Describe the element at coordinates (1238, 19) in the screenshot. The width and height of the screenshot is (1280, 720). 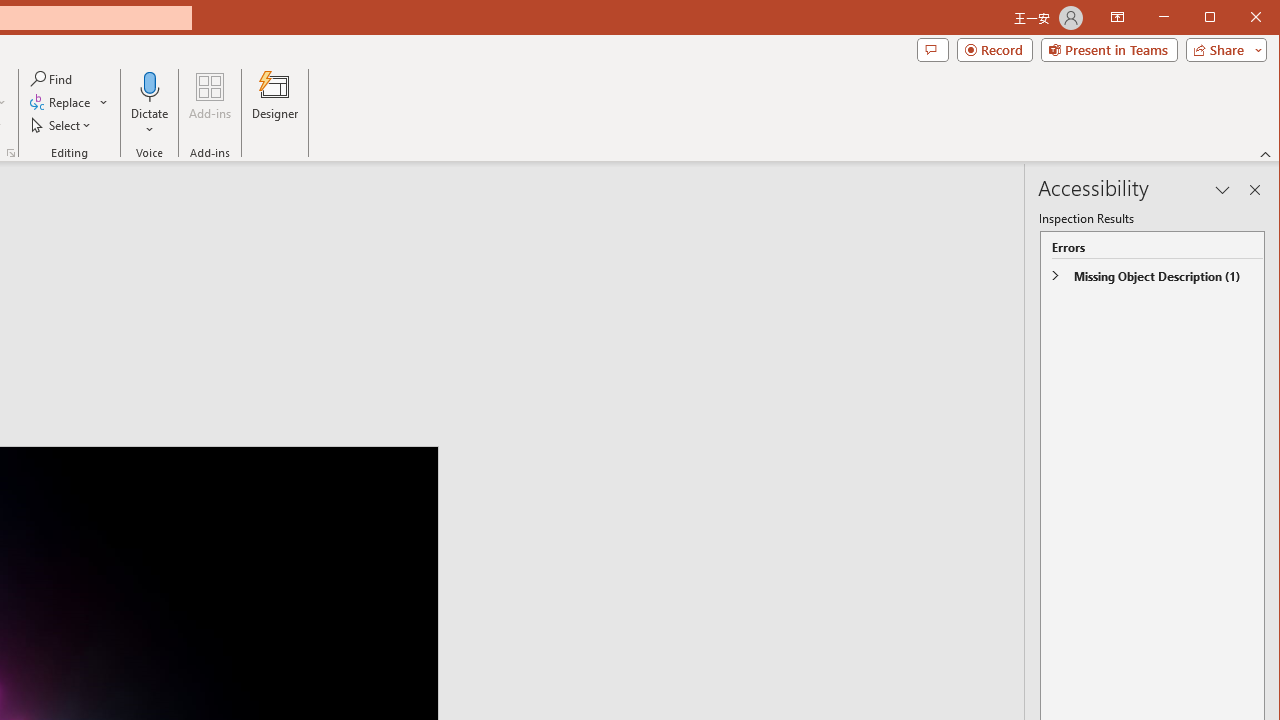
I see `'Maximize'` at that location.